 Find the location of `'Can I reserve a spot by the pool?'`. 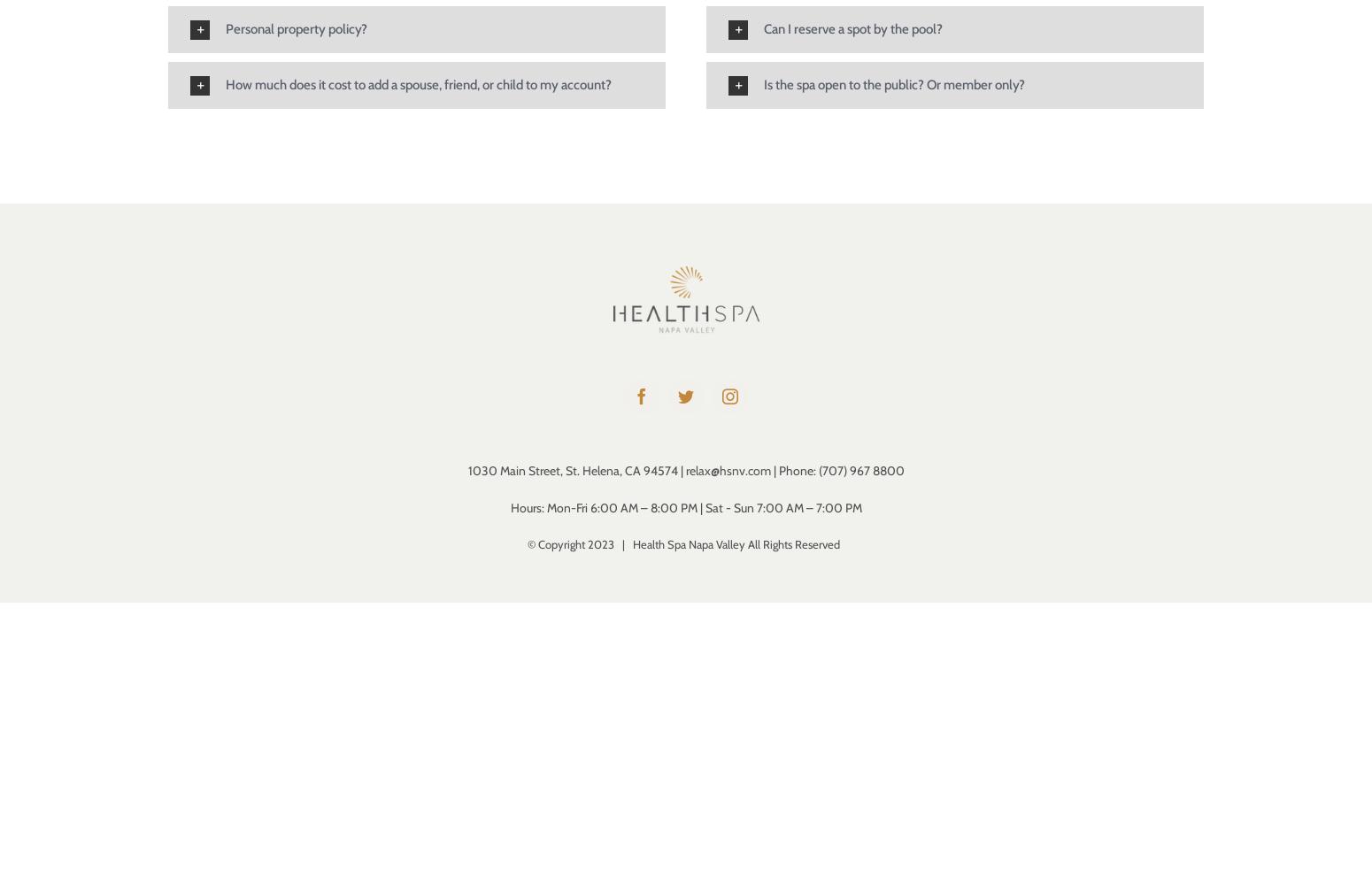

'Can I reserve a spot by the pool?' is located at coordinates (852, 28).